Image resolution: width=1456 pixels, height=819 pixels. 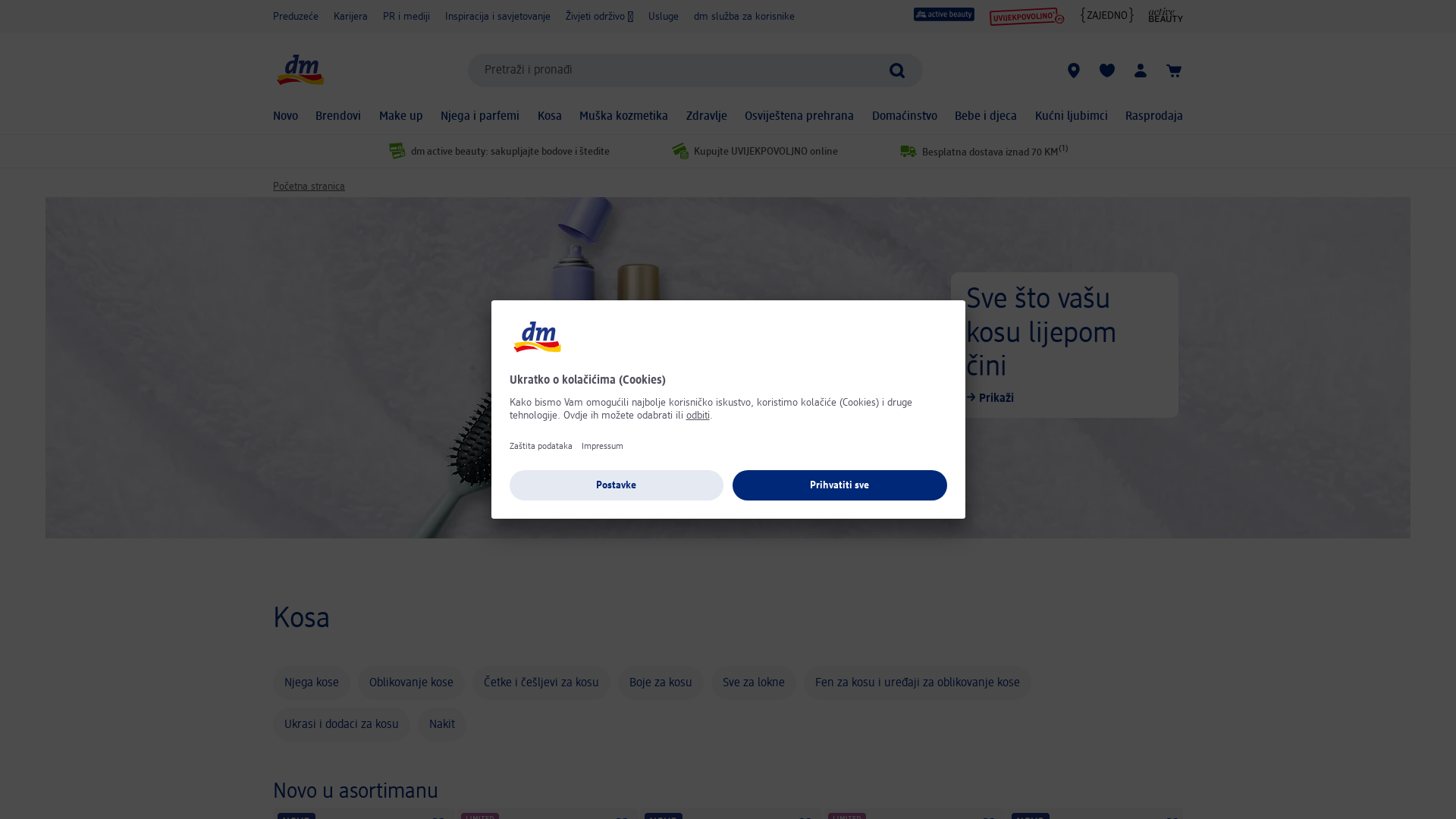 What do you see at coordinates (1165, 14) in the screenshot?
I see `'active beauty Online Magazin'` at bounding box center [1165, 14].